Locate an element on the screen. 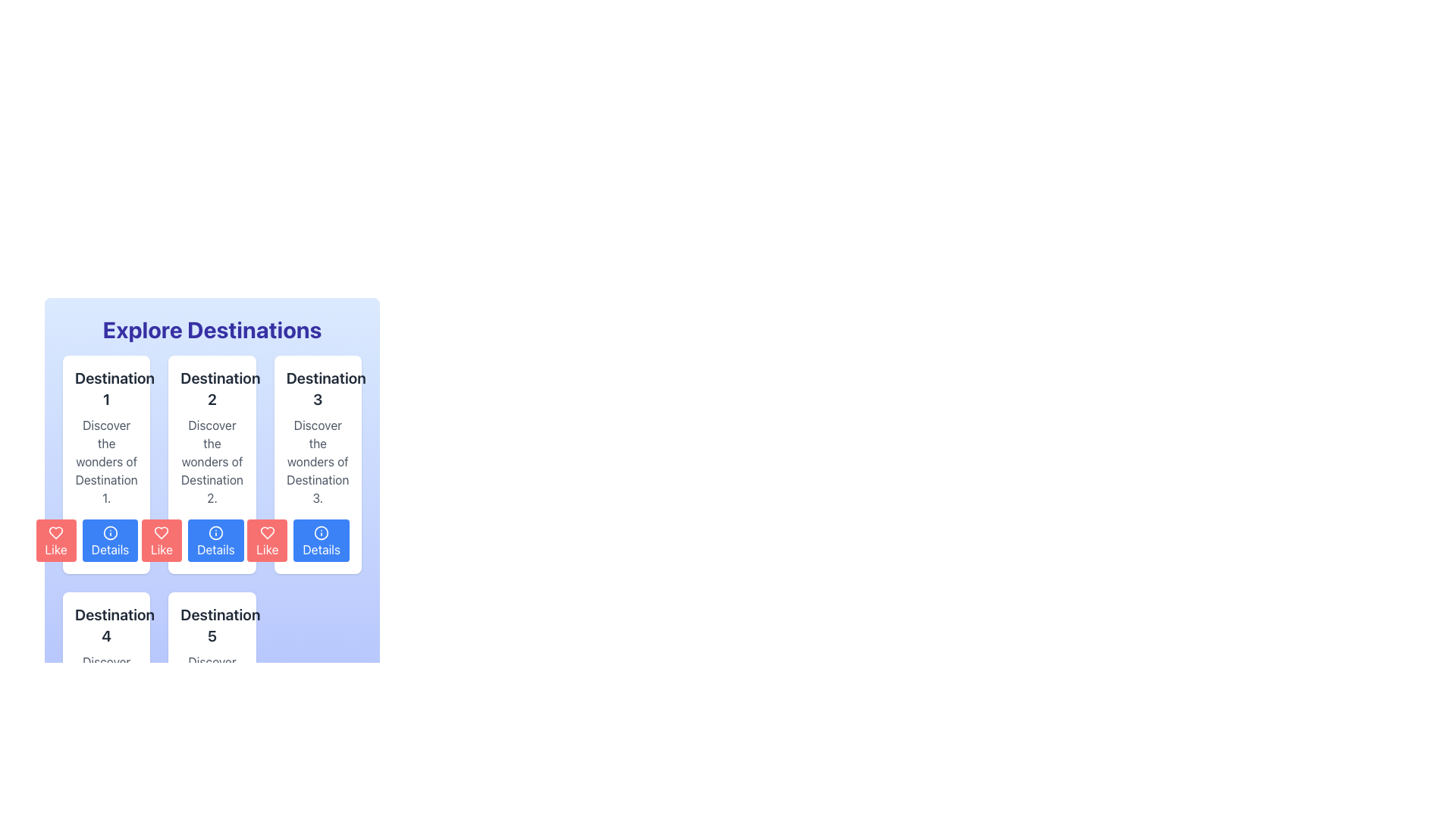 This screenshot has height=819, width=1456. the red heart-shaped icon button labeled 'Like' located at the bottom left corner of the 'Destination 4' card to like the content is located at coordinates (56, 769).